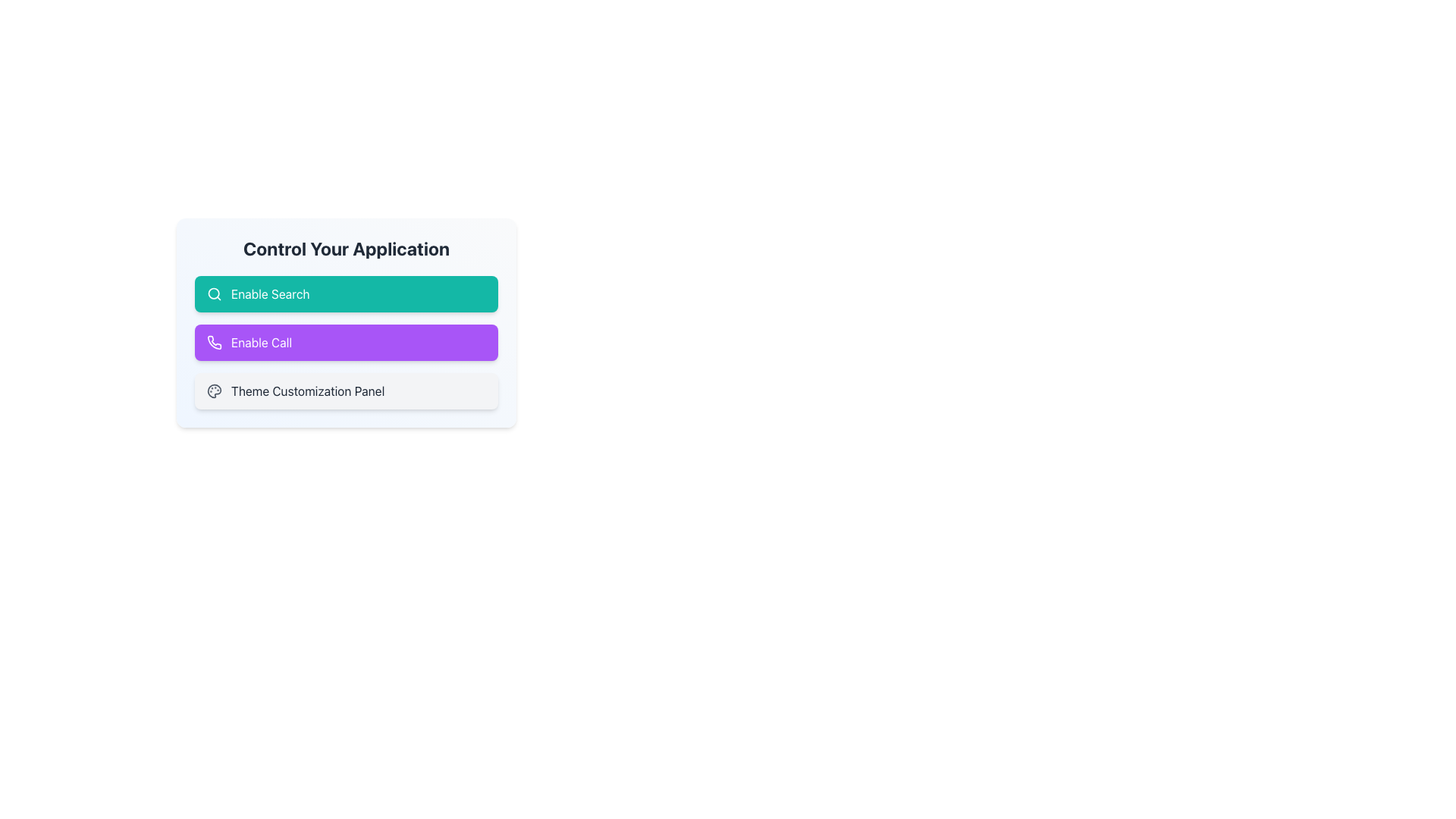 Image resolution: width=1456 pixels, height=819 pixels. Describe the element at coordinates (214, 391) in the screenshot. I see `the theme customization icon, which is the third option in the control panel list adjacent to the label 'Theme Customization Panel'` at that location.